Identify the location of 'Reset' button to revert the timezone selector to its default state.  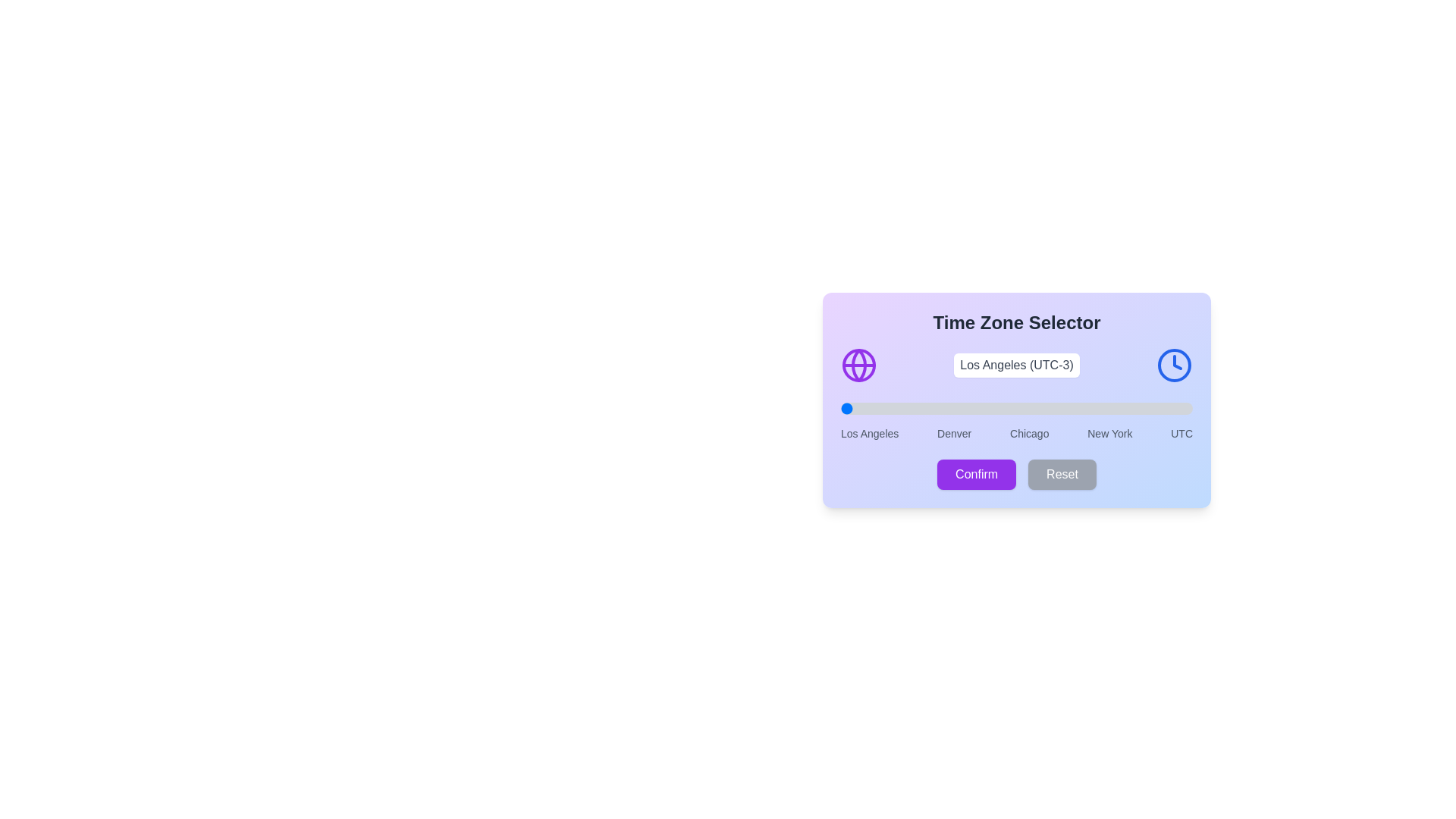
(1062, 473).